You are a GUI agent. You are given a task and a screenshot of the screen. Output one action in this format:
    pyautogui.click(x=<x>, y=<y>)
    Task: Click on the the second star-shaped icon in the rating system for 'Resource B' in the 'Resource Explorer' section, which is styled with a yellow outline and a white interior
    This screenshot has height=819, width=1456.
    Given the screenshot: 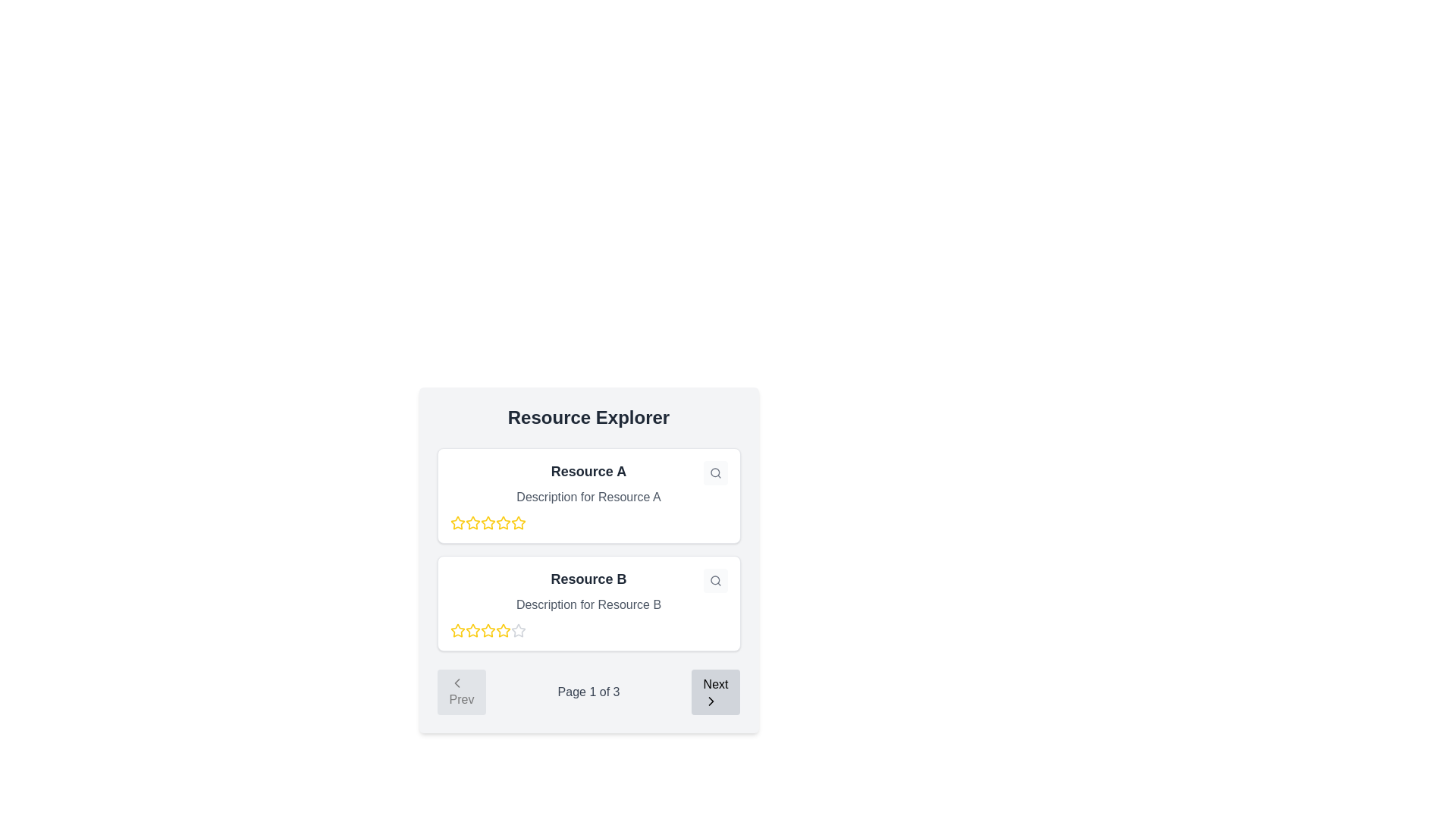 What is the action you would take?
    pyautogui.click(x=472, y=630)
    